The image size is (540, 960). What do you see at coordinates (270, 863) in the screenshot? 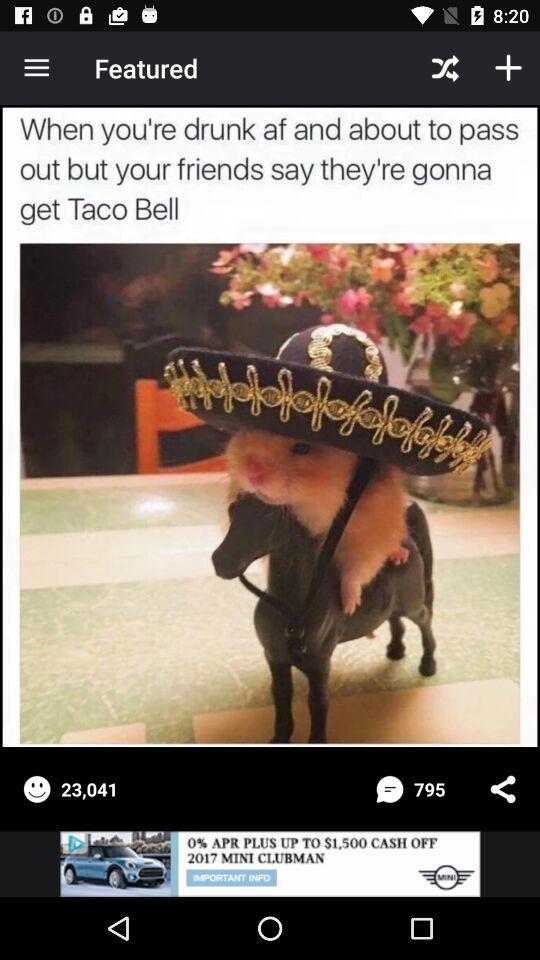
I see `see advertisement` at bounding box center [270, 863].